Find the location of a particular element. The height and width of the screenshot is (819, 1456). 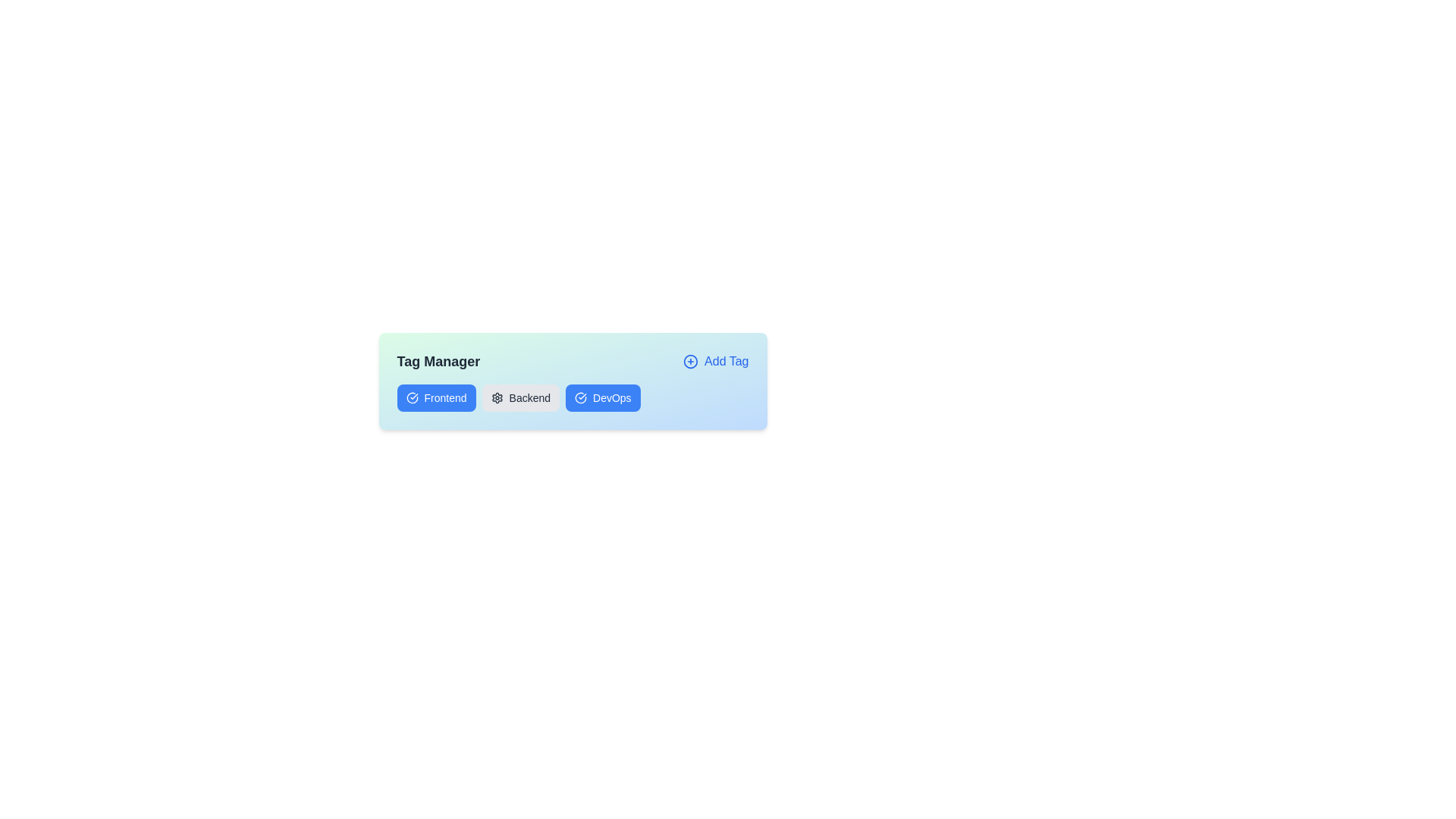

the 'Add Tag' button to observe hover effects is located at coordinates (715, 362).